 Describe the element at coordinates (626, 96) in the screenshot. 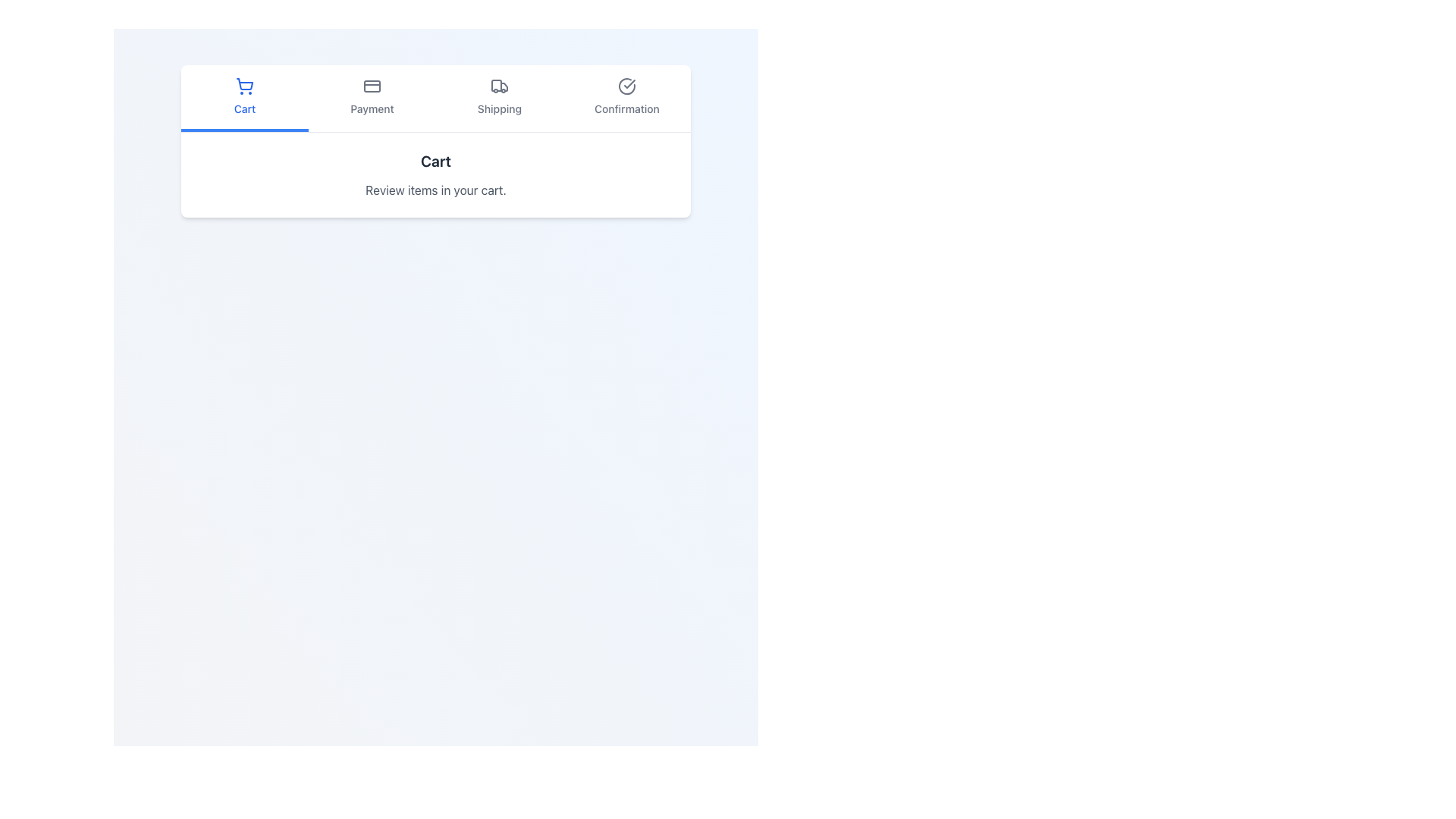

I see `the 'Confirmation' navigation button located in the top horizontal navigation bar, which is the fourth item from the left` at that location.